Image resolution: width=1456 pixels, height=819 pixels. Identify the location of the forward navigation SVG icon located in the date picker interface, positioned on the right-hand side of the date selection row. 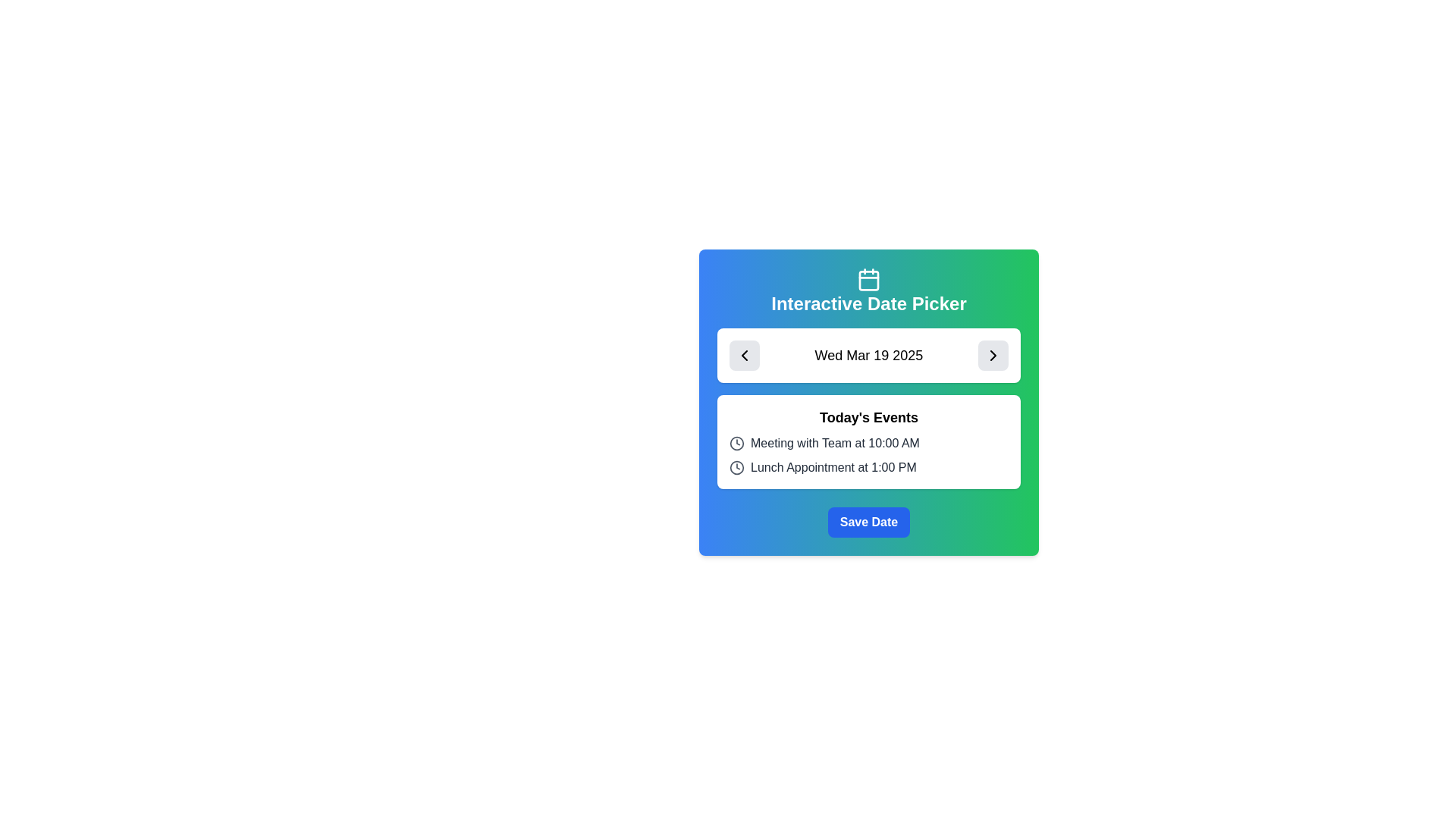
(993, 356).